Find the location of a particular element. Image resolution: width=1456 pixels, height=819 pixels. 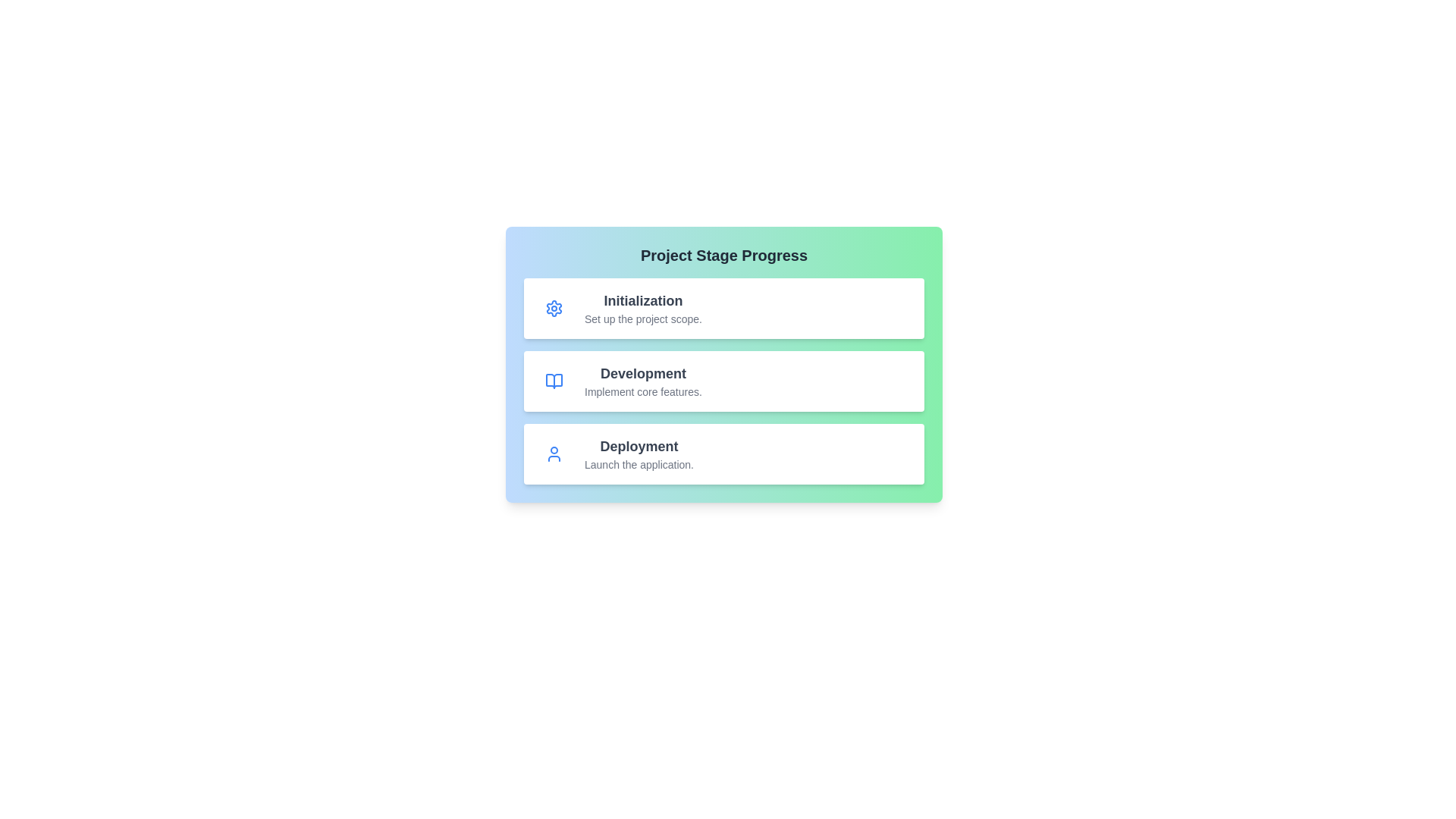

the user icon positioned on the left side of the 'Deployment - Launch the application.' section as a visual cue is located at coordinates (553, 453).